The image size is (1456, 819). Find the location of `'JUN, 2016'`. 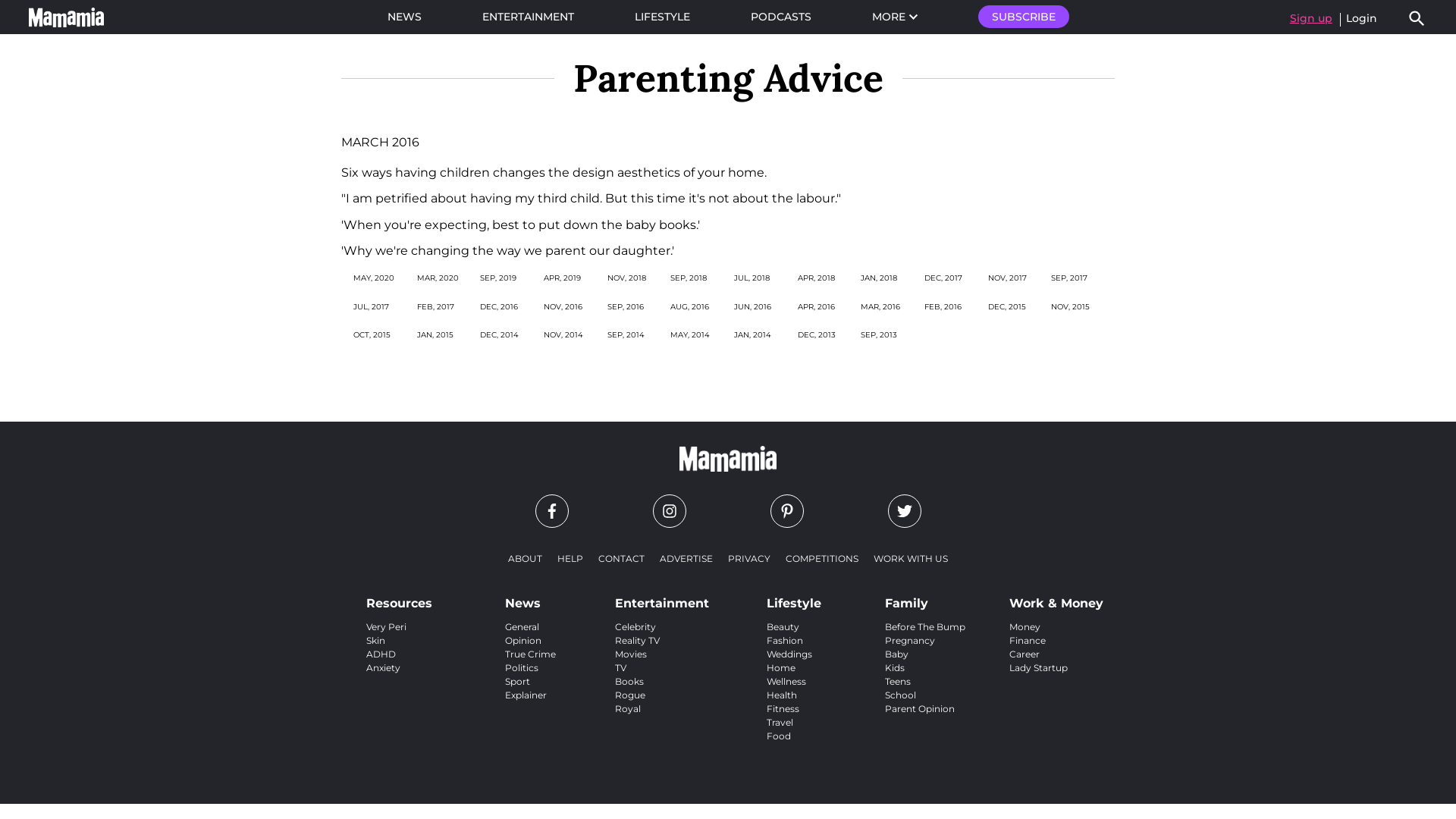

'JUN, 2016' is located at coordinates (752, 306).